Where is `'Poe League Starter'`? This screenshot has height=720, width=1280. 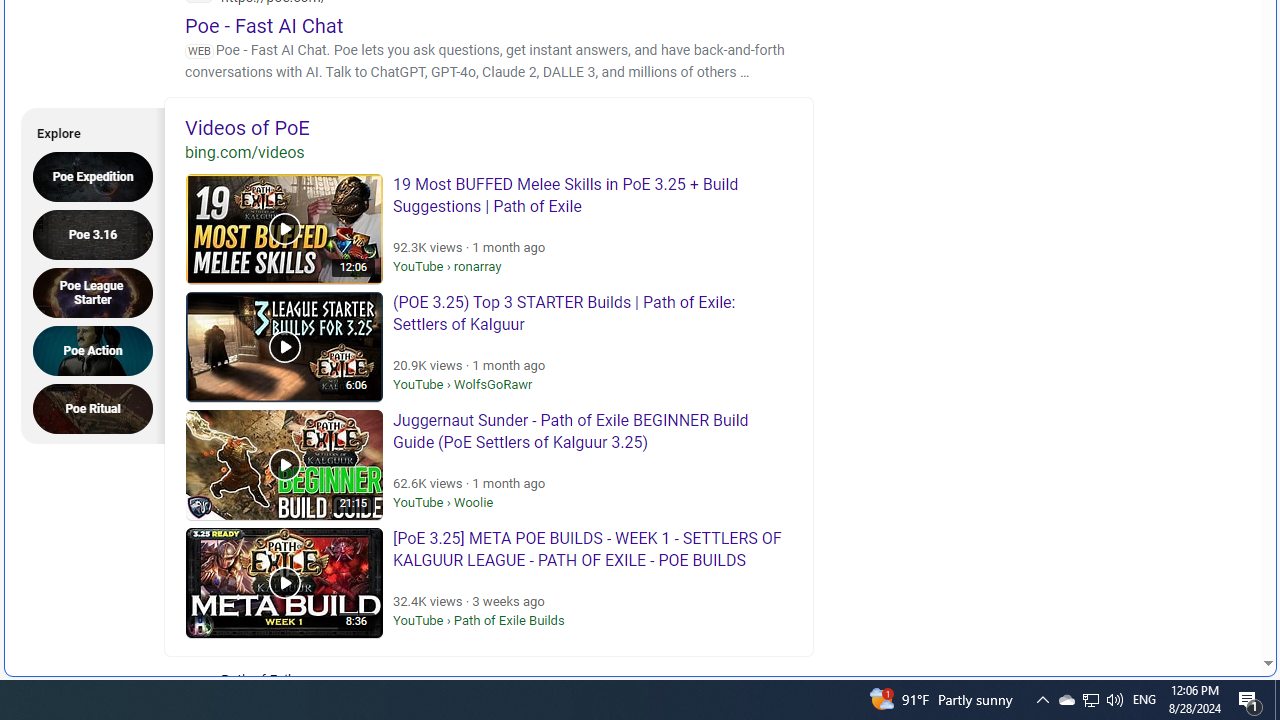 'Poe League Starter' is located at coordinates (98, 292).